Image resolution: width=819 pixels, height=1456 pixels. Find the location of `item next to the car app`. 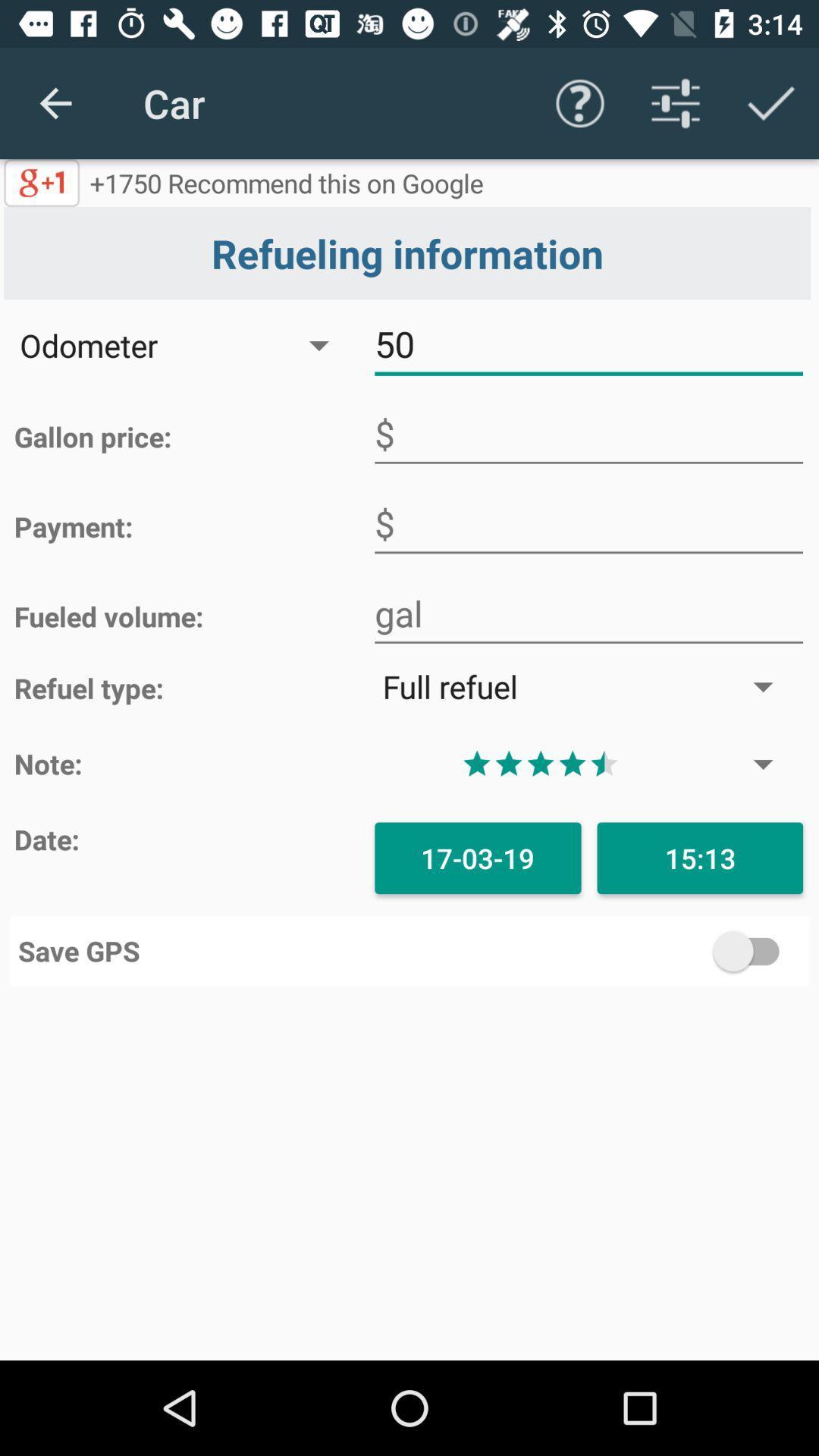

item next to the car app is located at coordinates (55, 102).